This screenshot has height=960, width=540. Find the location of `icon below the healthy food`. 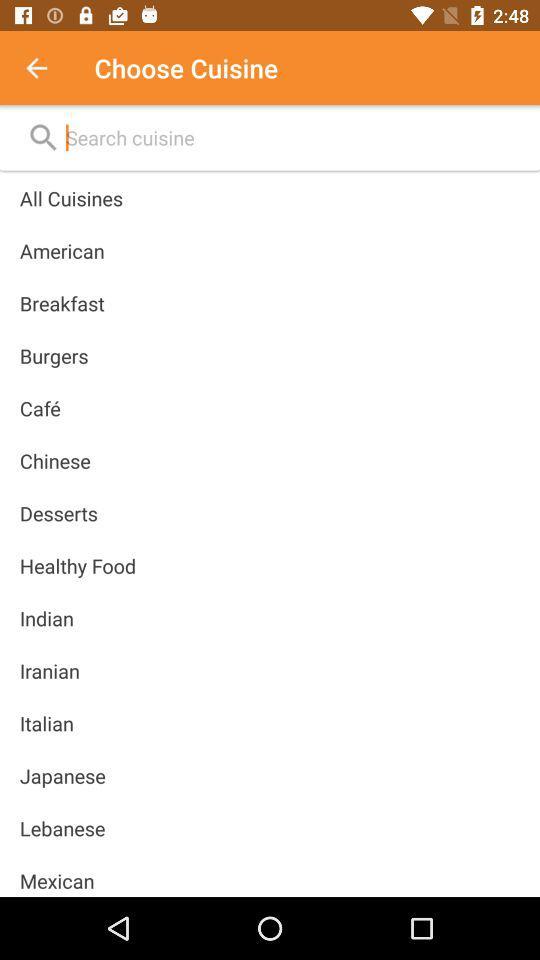

icon below the healthy food is located at coordinates (46, 617).